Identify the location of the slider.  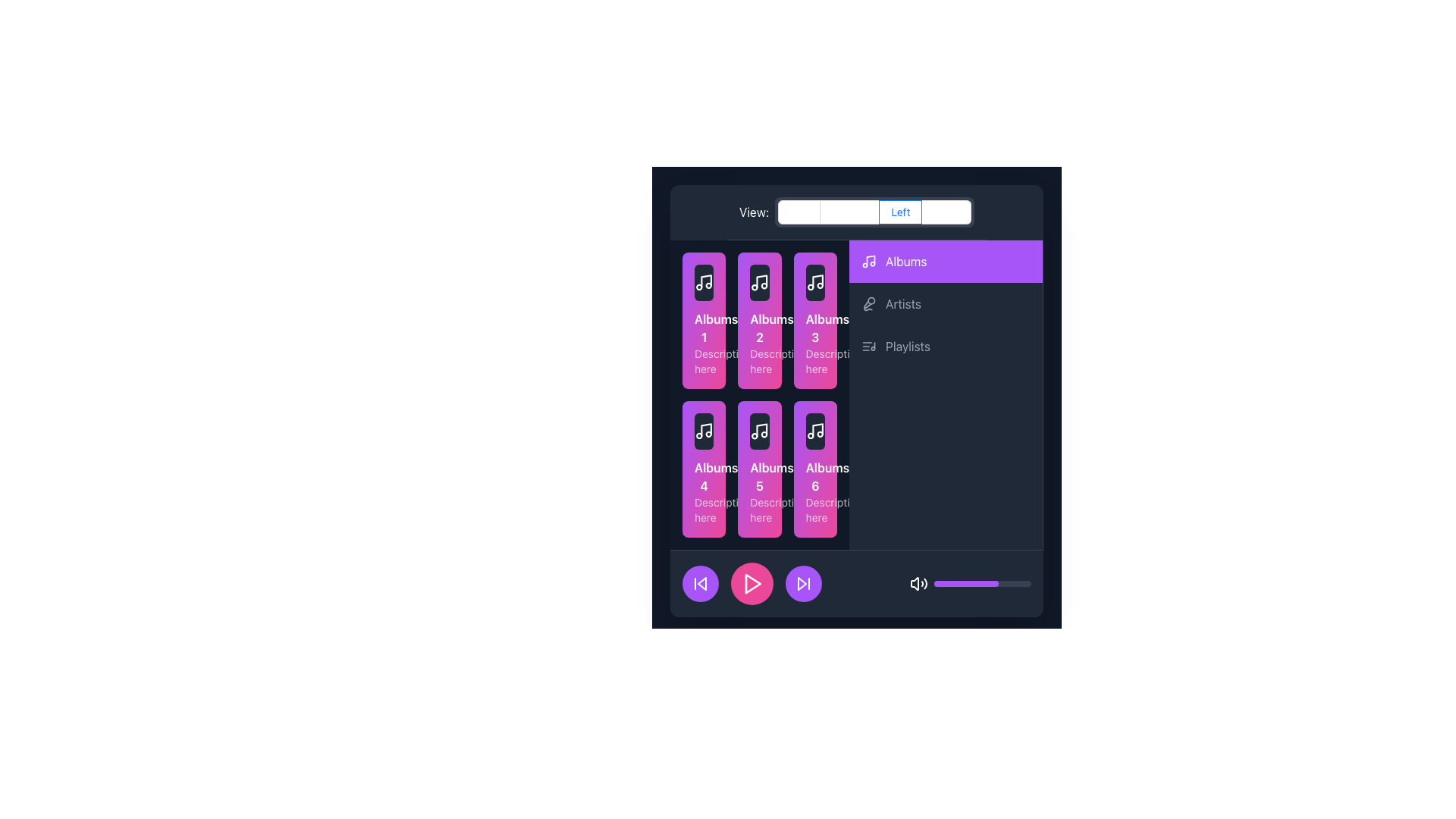
(993, 583).